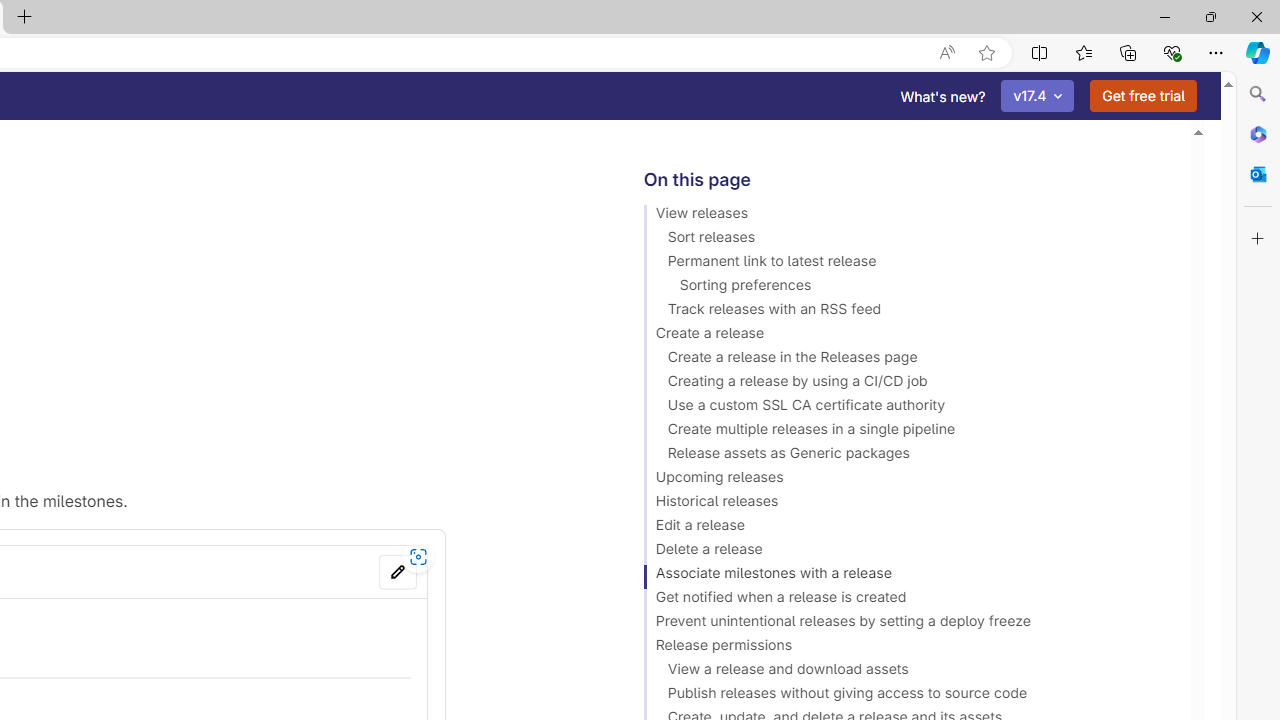  Describe the element at coordinates (907, 312) in the screenshot. I see `'Track releases with an RSS feed'` at that location.